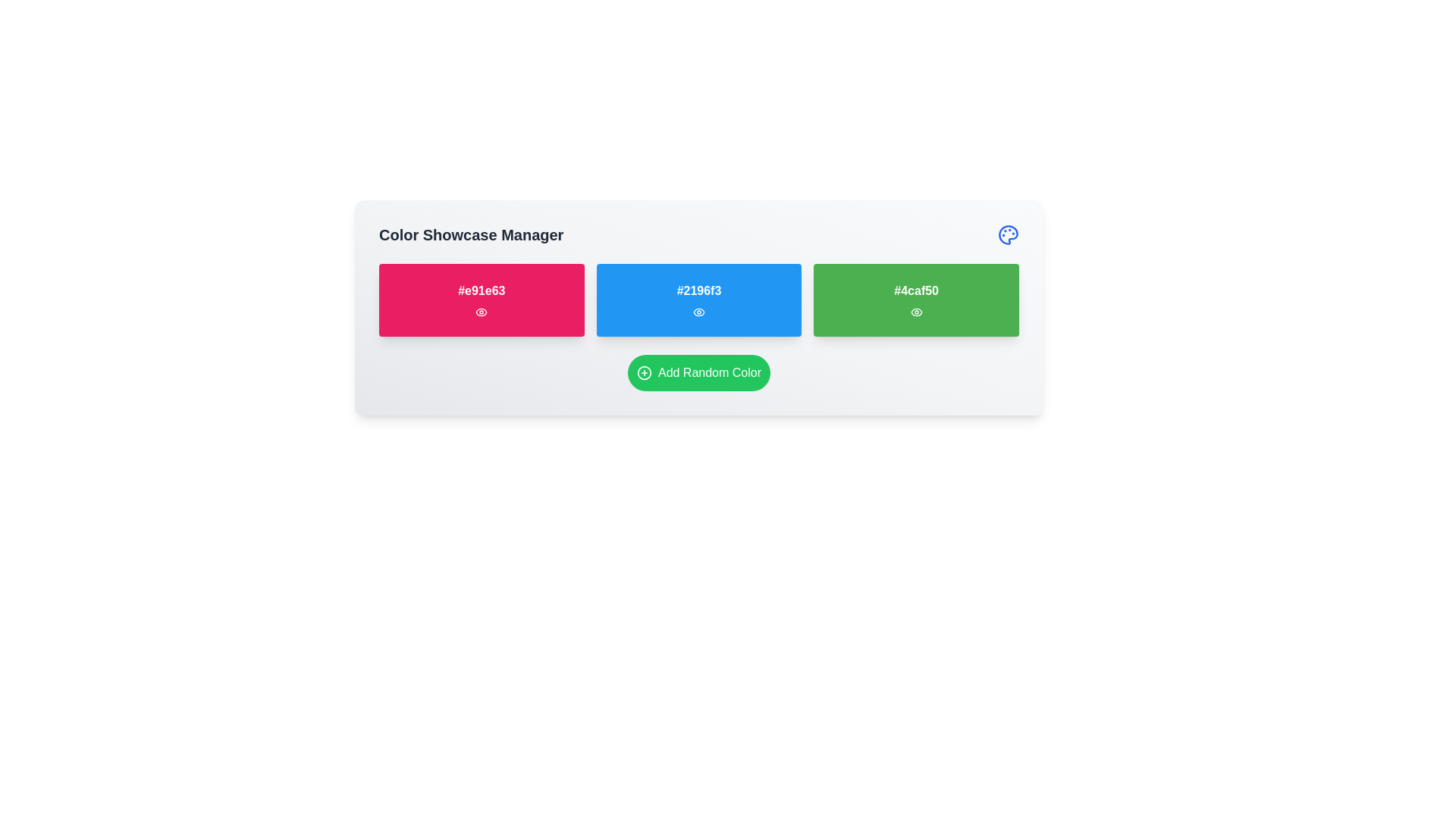 This screenshot has width=1456, height=819. I want to click on the visibility indicator icon located at the bottom of the middle green card labeled '#4caf50', so click(915, 312).